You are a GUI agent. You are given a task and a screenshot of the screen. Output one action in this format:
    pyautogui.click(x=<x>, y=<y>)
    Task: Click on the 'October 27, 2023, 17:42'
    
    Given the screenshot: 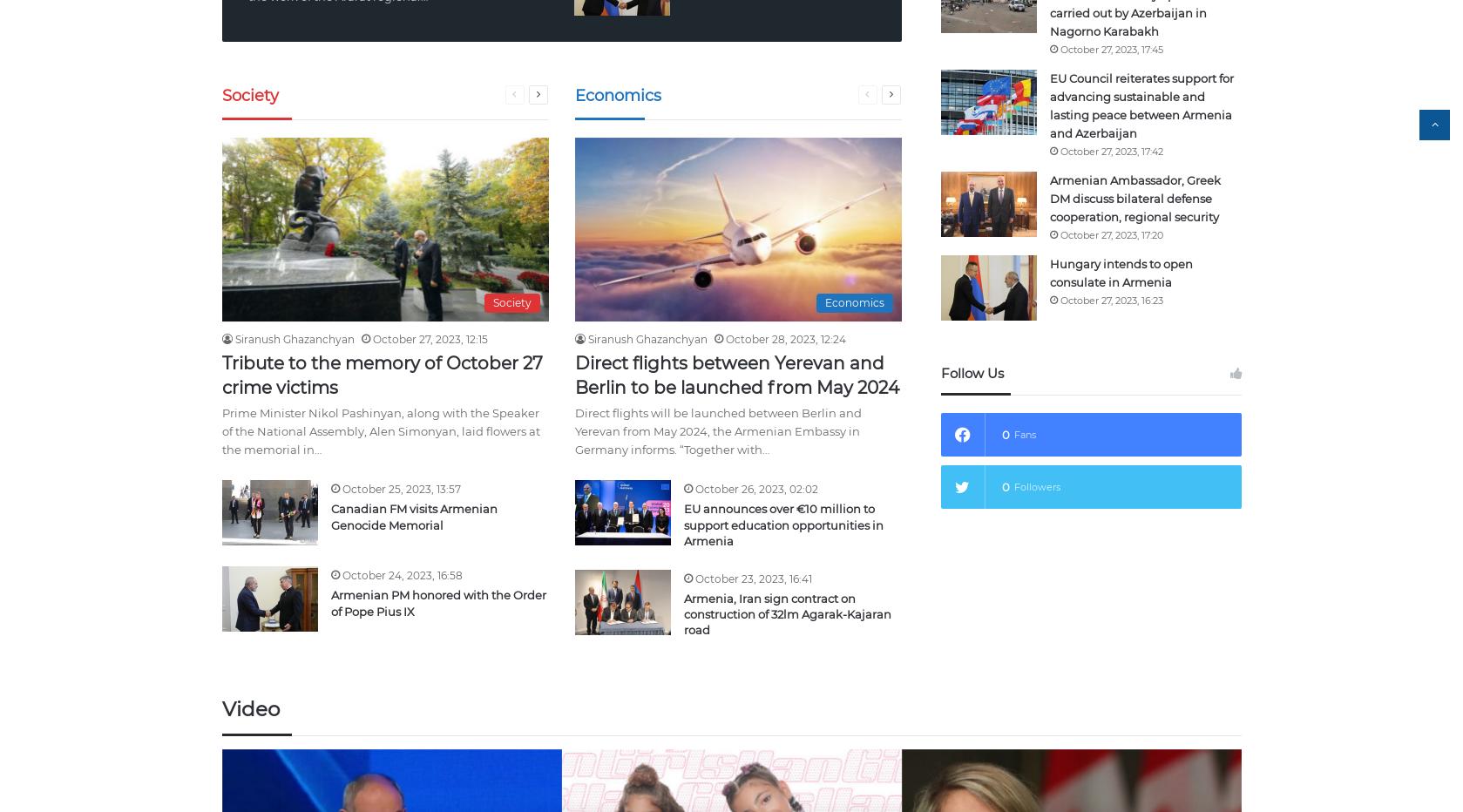 What is the action you would take?
    pyautogui.click(x=1110, y=149)
    